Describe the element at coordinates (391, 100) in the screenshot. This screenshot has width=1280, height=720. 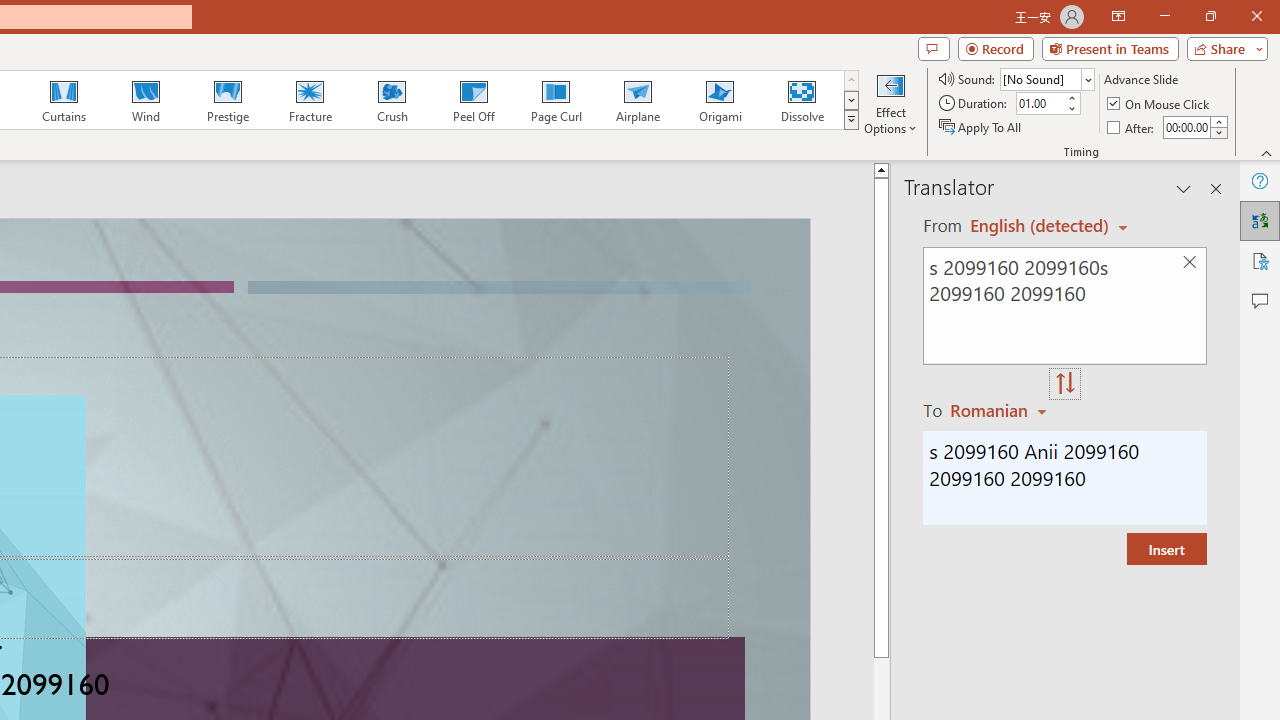
I see `'Crush'` at that location.